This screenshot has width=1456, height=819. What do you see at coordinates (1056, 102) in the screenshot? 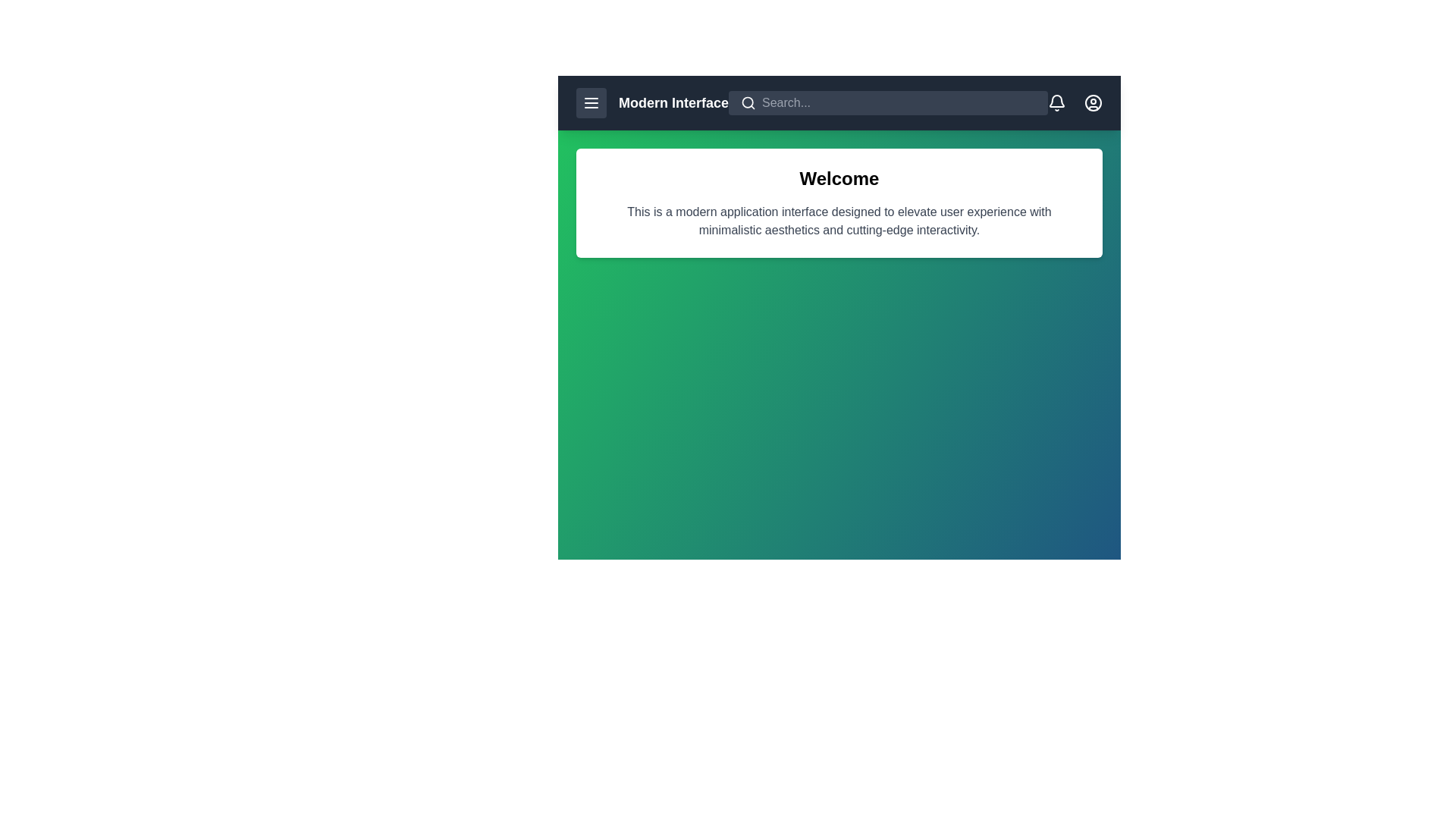
I see `the notification bell icon to view notifications` at bounding box center [1056, 102].